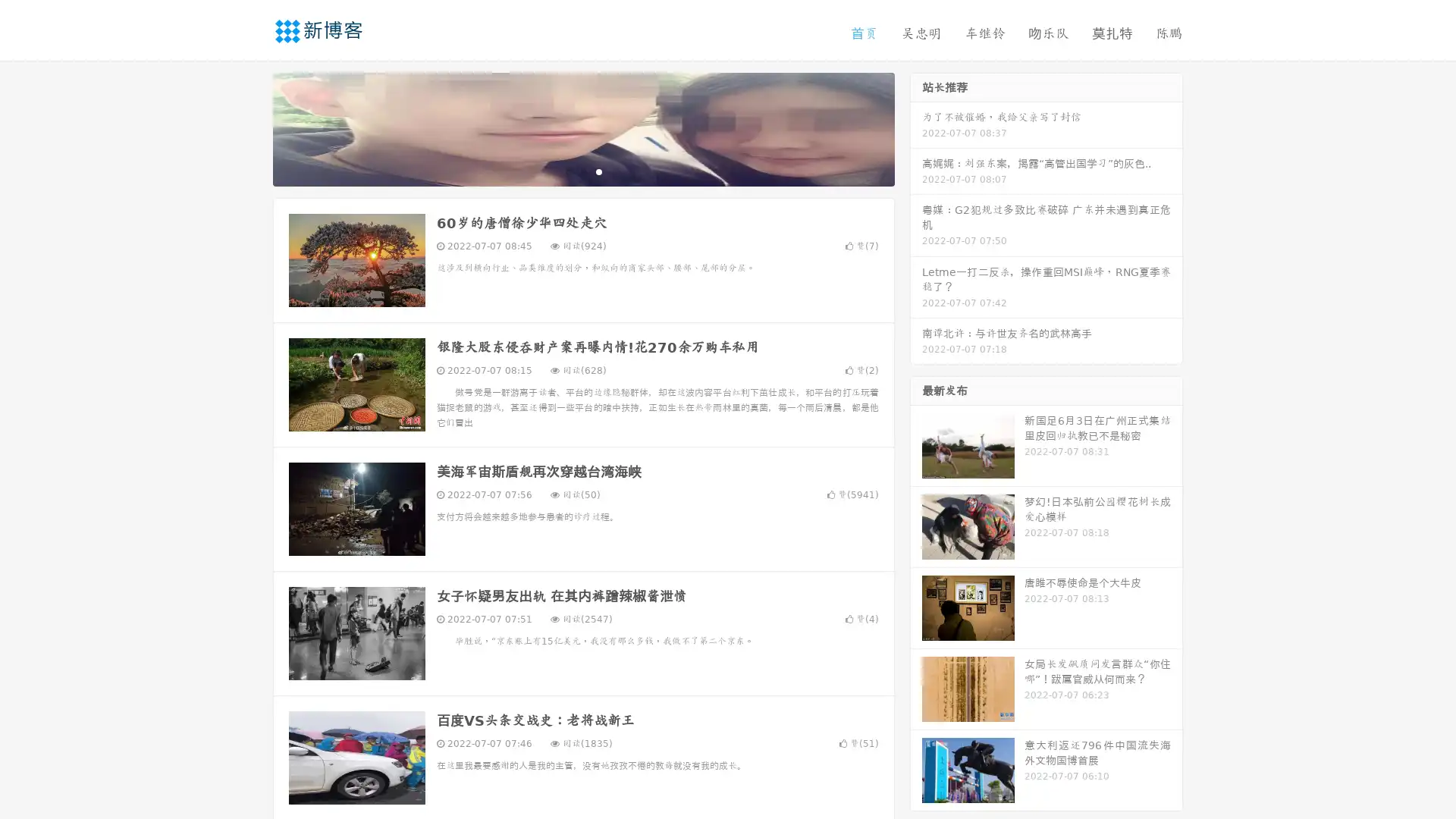  Describe the element at coordinates (250, 127) in the screenshot. I see `Previous slide` at that location.